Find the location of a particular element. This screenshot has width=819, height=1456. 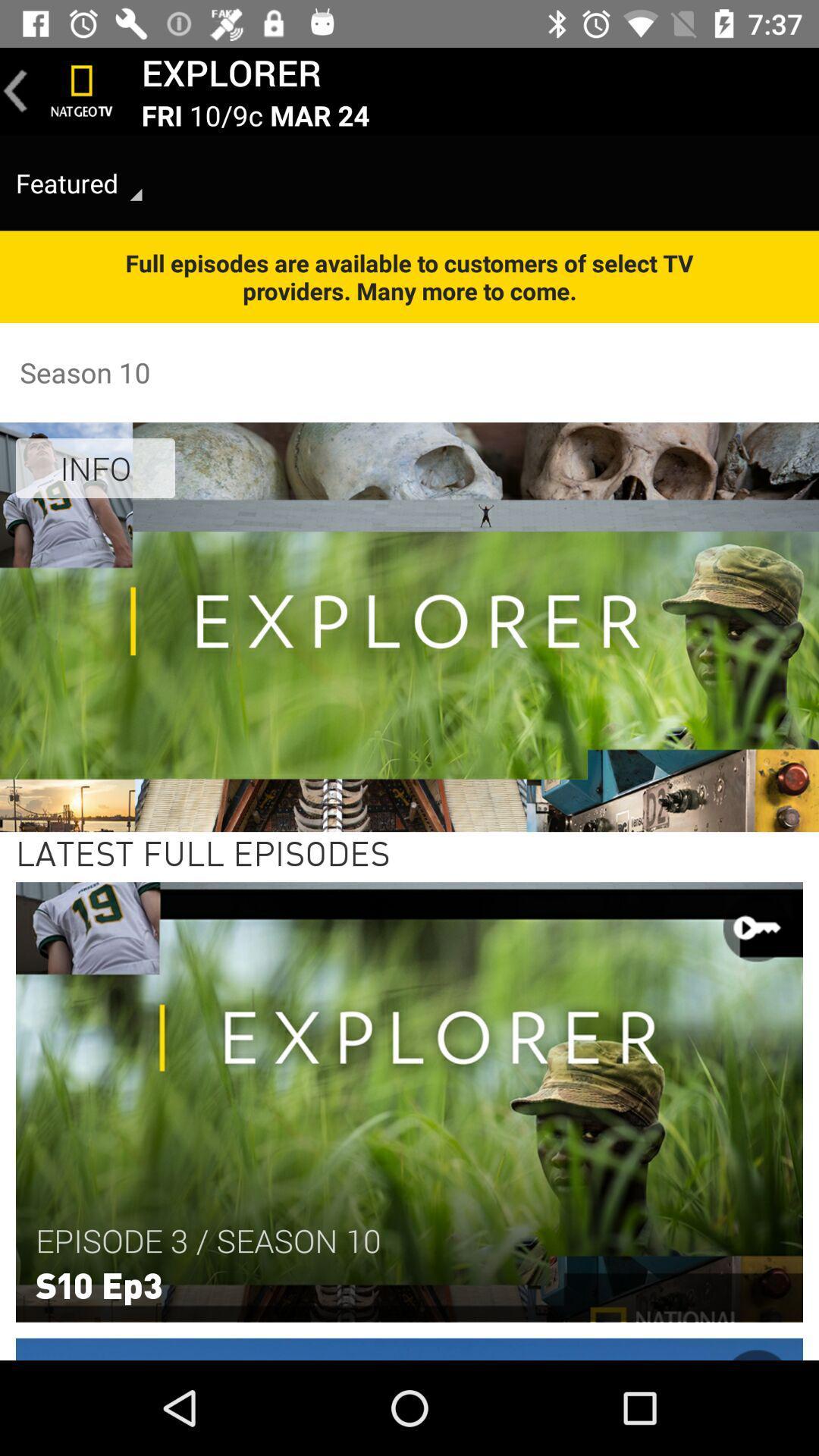

the item below the latest full episodes is located at coordinates (208, 1241).